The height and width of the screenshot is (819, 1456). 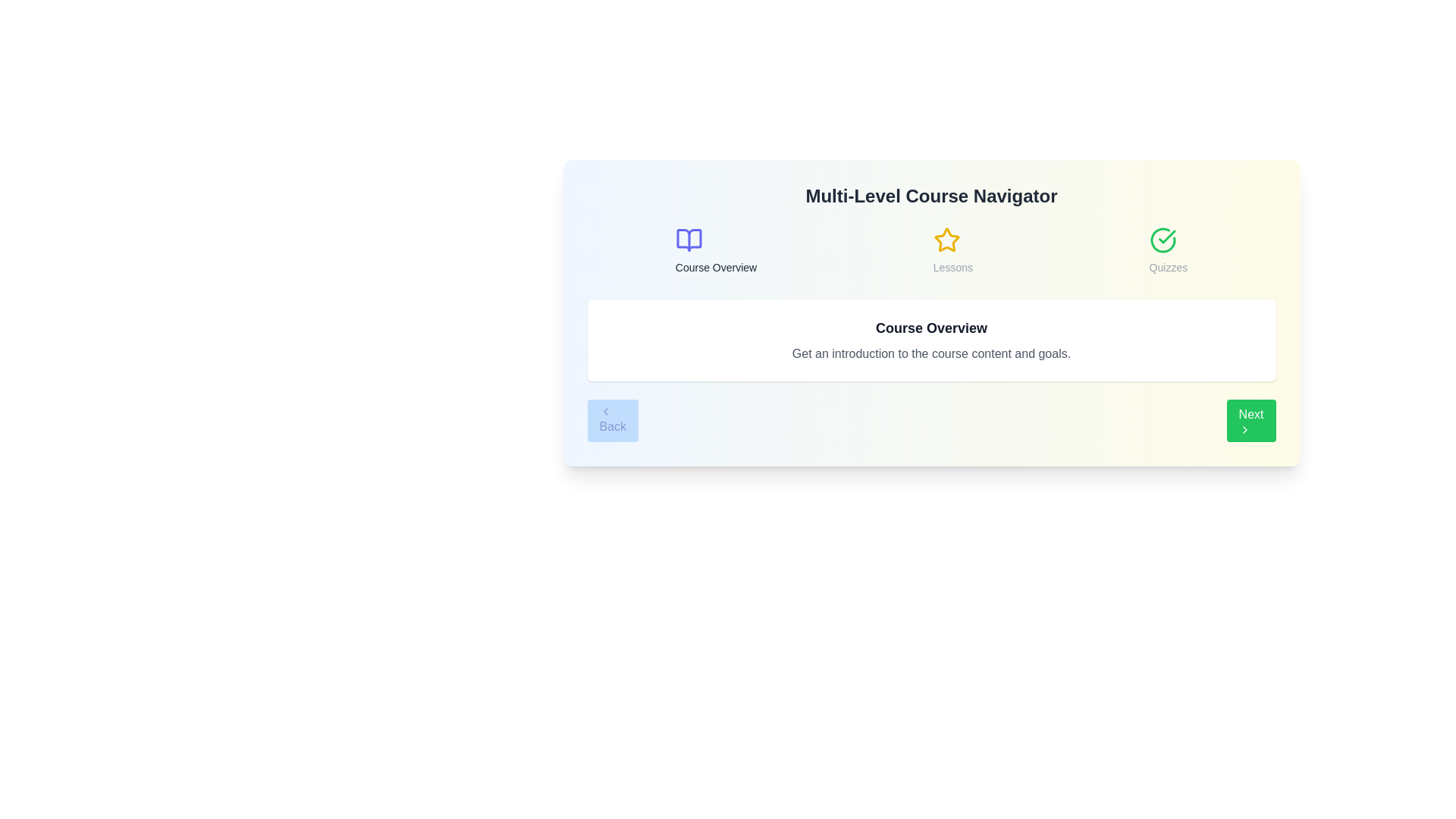 What do you see at coordinates (946, 239) in the screenshot?
I see `the course icon for Lessons` at bounding box center [946, 239].